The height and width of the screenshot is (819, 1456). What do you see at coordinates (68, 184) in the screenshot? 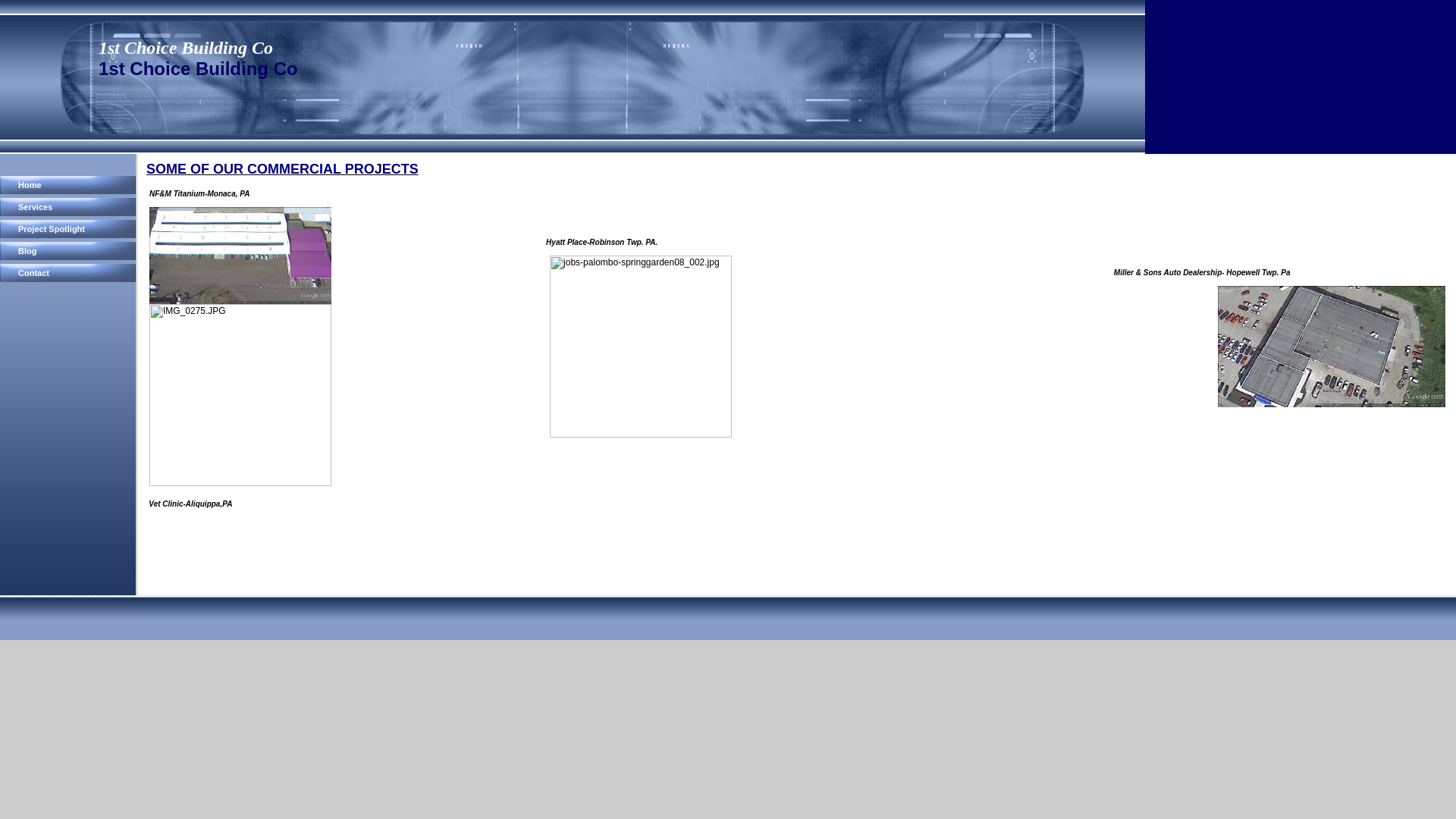
I see `'Home'` at bounding box center [68, 184].